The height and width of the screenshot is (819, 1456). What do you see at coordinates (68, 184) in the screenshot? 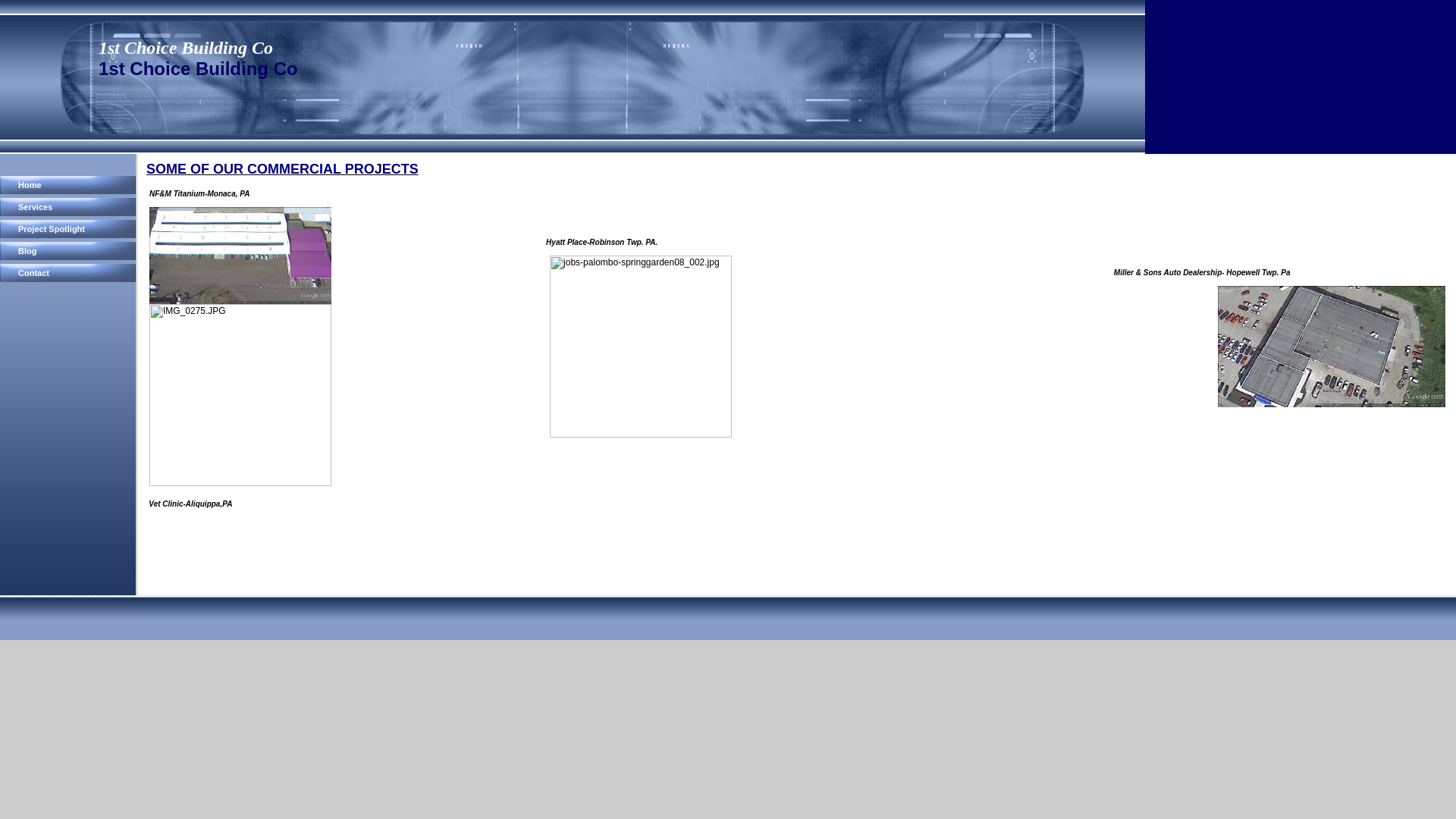
I see `'Home'` at bounding box center [68, 184].